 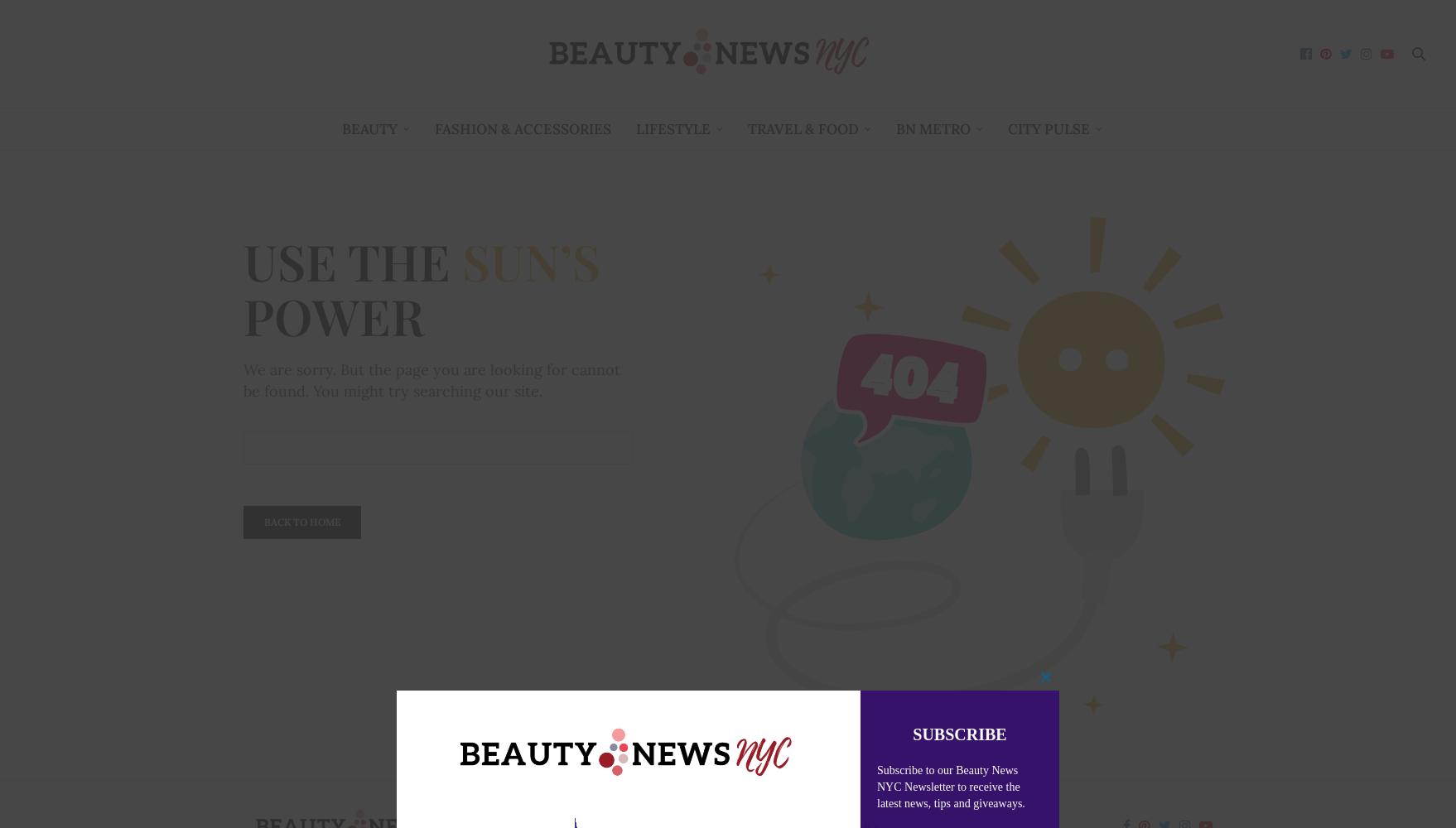 I want to click on 'BN Metro', so click(x=931, y=128).